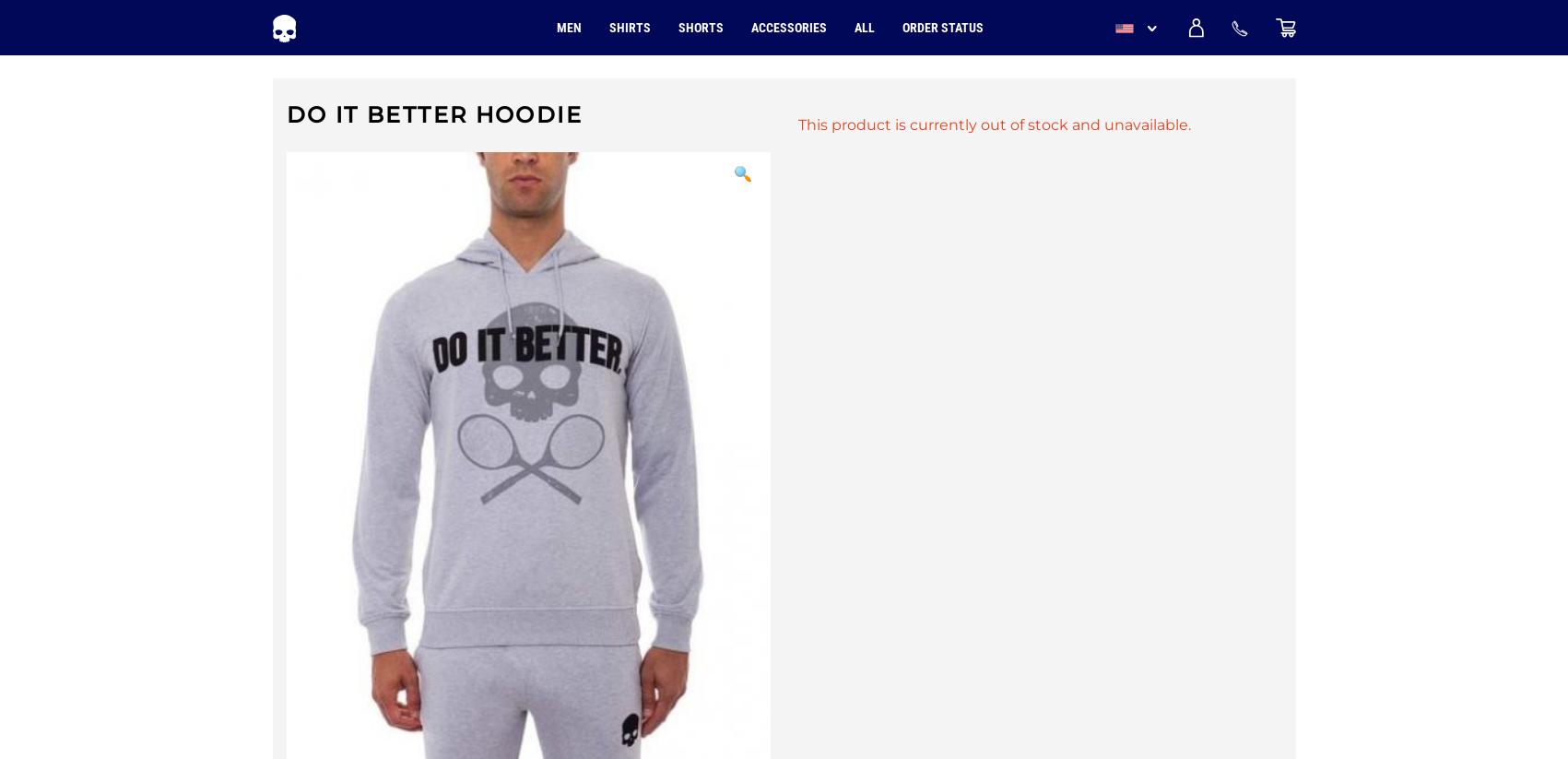  What do you see at coordinates (433, 114) in the screenshot?
I see `'Do It Better Hoodie'` at bounding box center [433, 114].